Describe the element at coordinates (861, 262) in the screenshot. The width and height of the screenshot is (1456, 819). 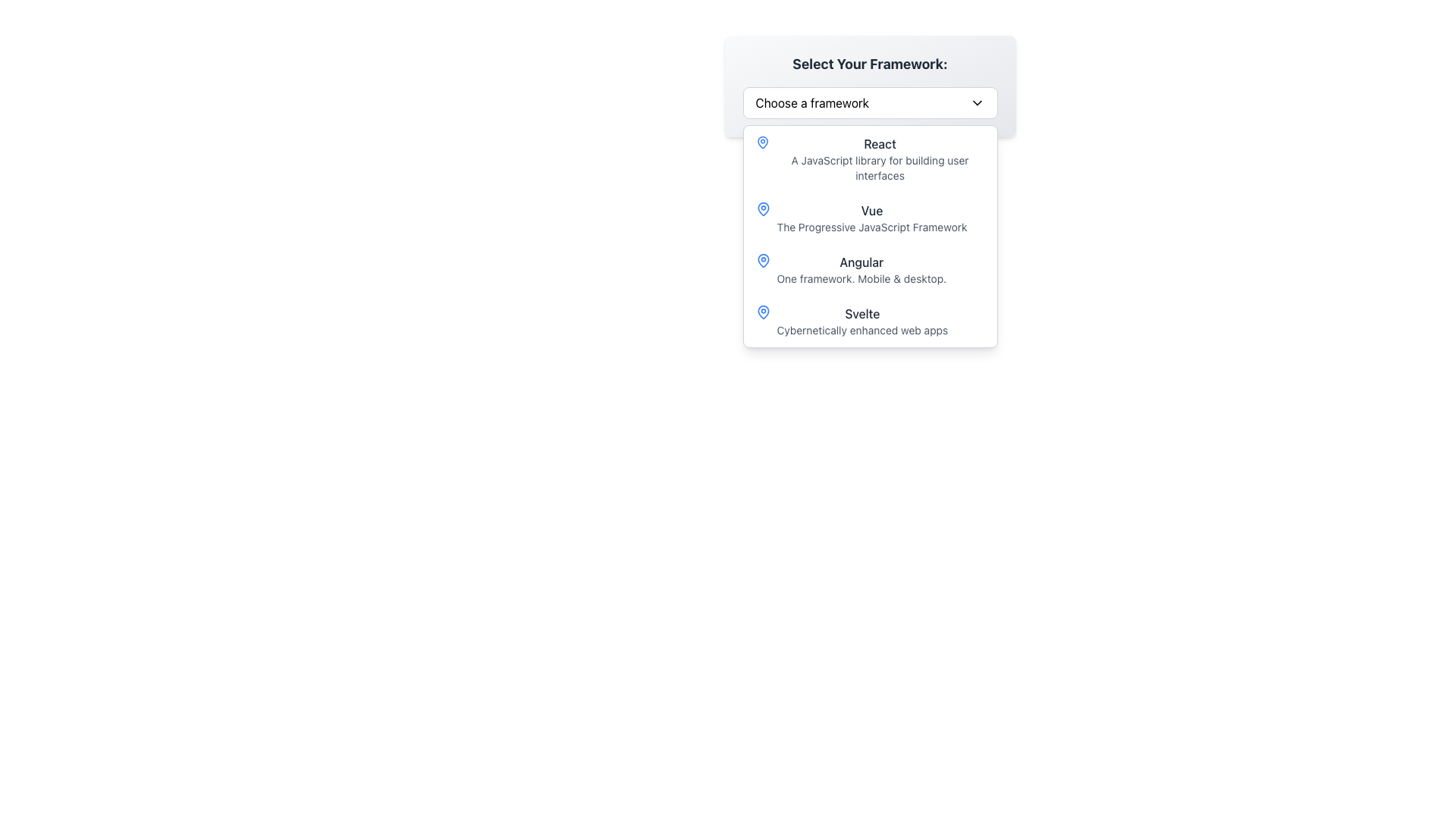
I see `the text label displaying the word 'Angular' in bold dark gray font, which is the first part of a two-line text group under the option 'Angular' in a pop-up framework selection menu` at that location.